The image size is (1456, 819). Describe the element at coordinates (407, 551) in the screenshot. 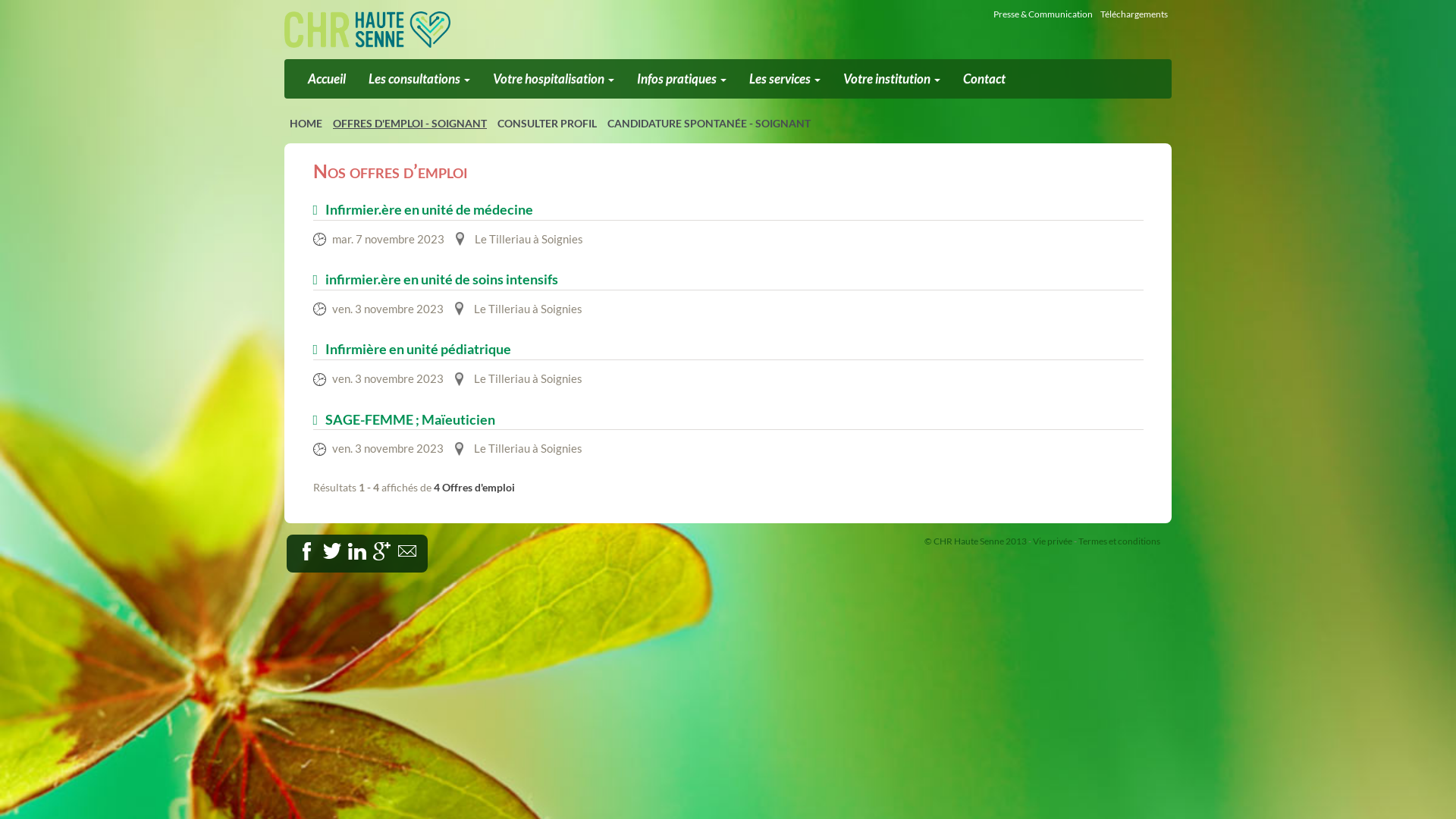

I see `'Email'` at that location.